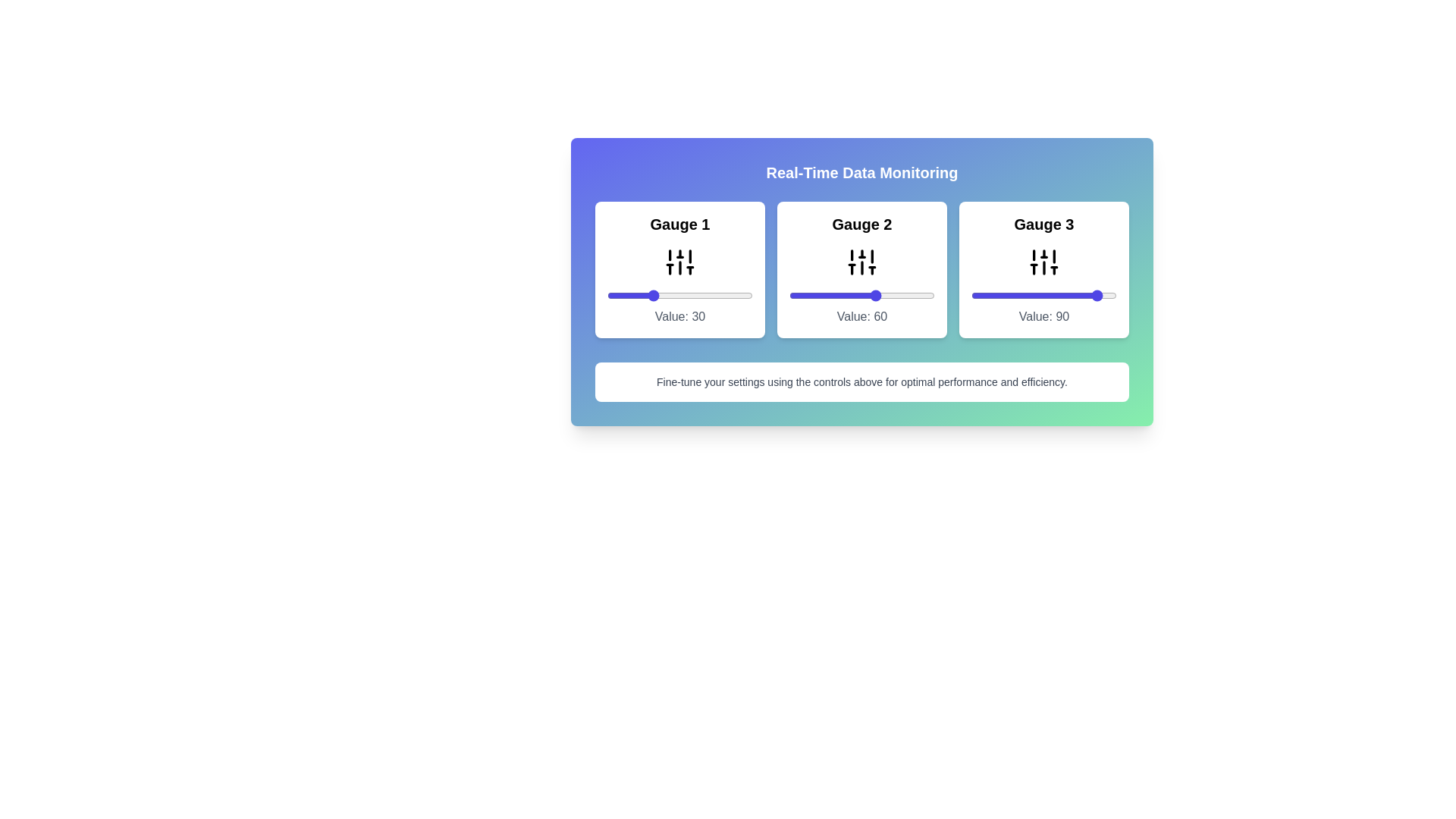  Describe the element at coordinates (1034, 295) in the screenshot. I see `the slider's value` at that location.